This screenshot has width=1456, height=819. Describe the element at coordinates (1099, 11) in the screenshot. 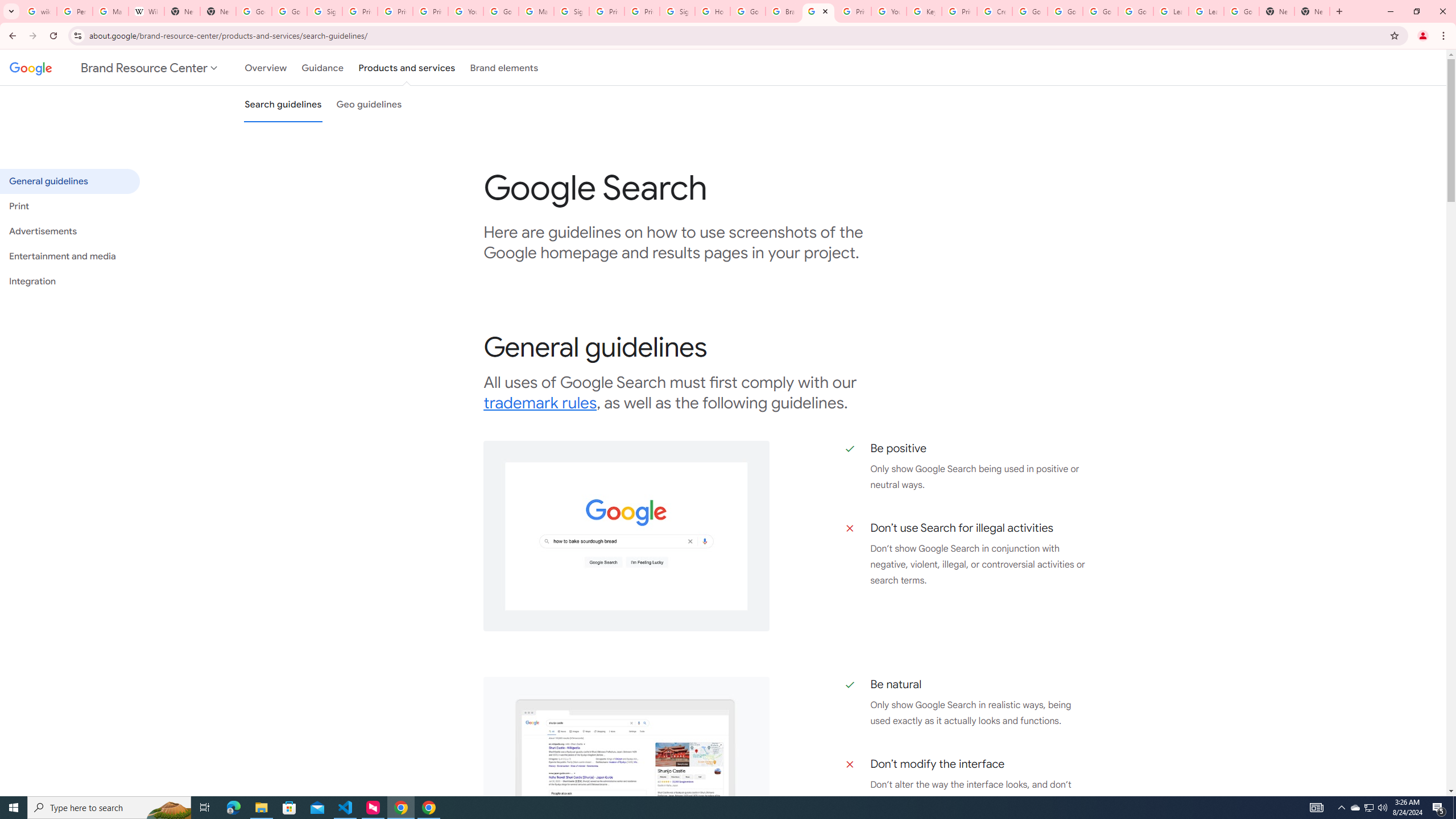

I see `'Google Account Help'` at that location.